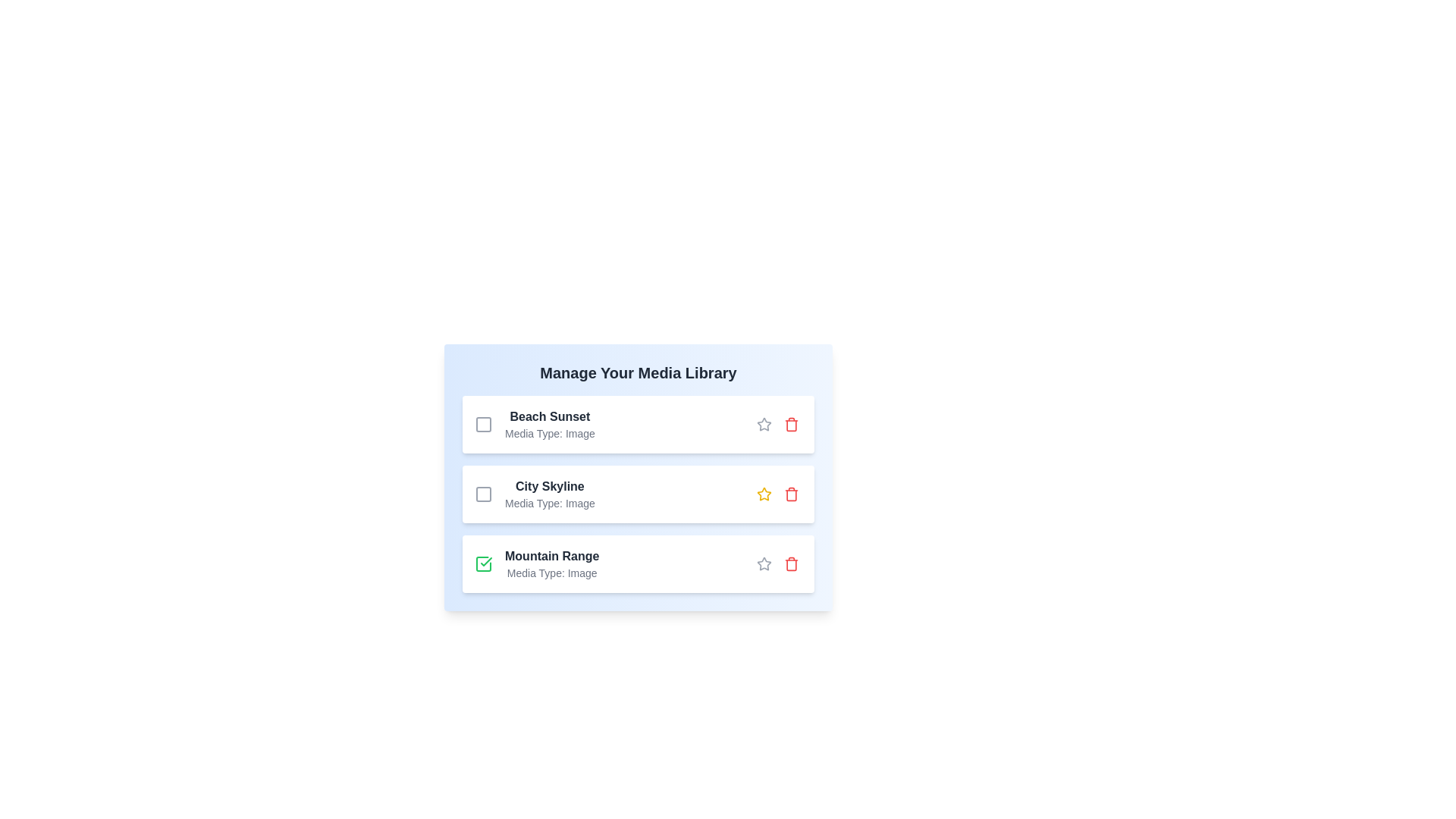 The width and height of the screenshot is (1456, 819). I want to click on the media item titled Mountain Range, so click(483, 564).